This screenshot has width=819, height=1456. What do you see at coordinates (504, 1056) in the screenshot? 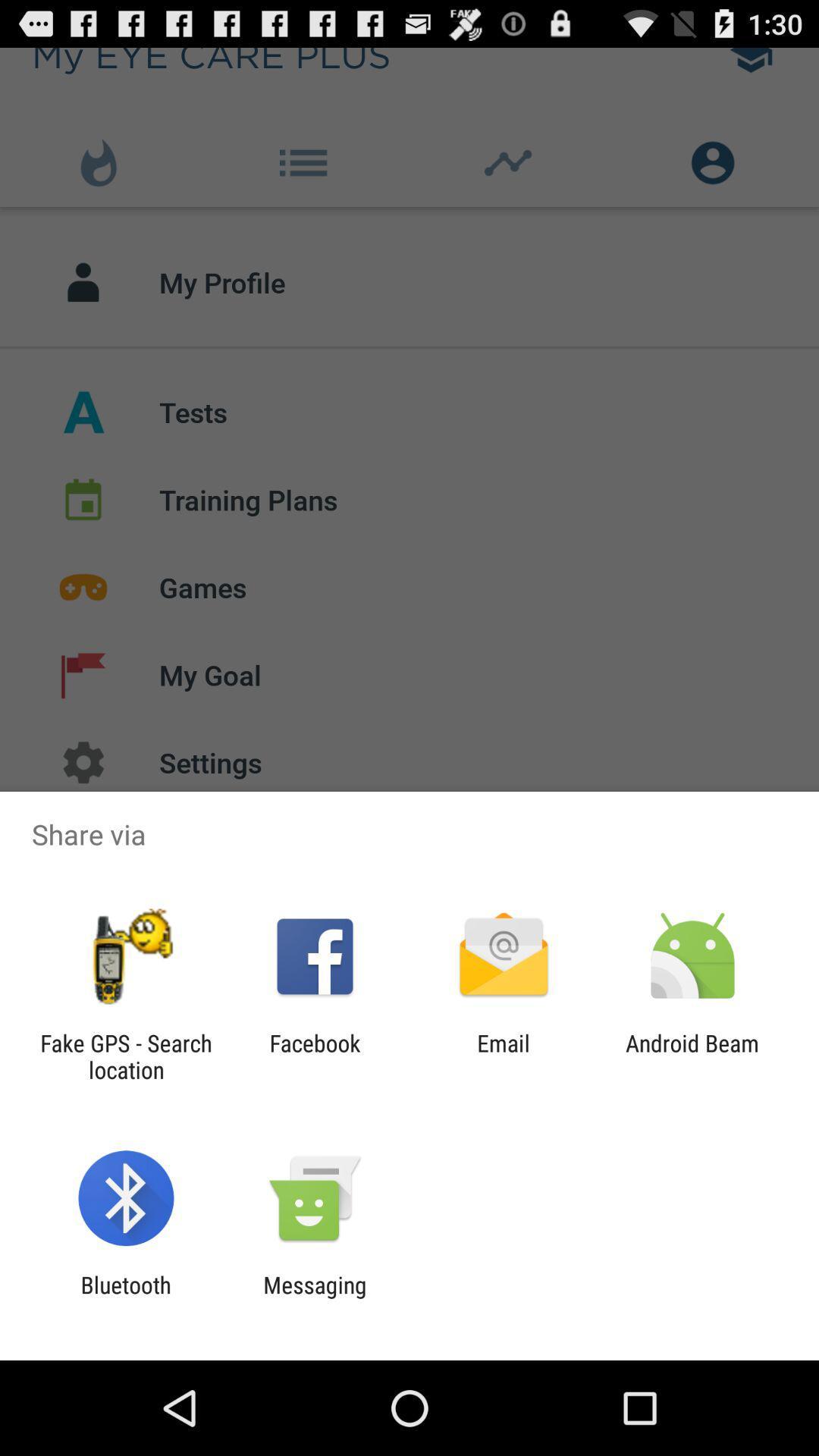
I see `email item` at bounding box center [504, 1056].